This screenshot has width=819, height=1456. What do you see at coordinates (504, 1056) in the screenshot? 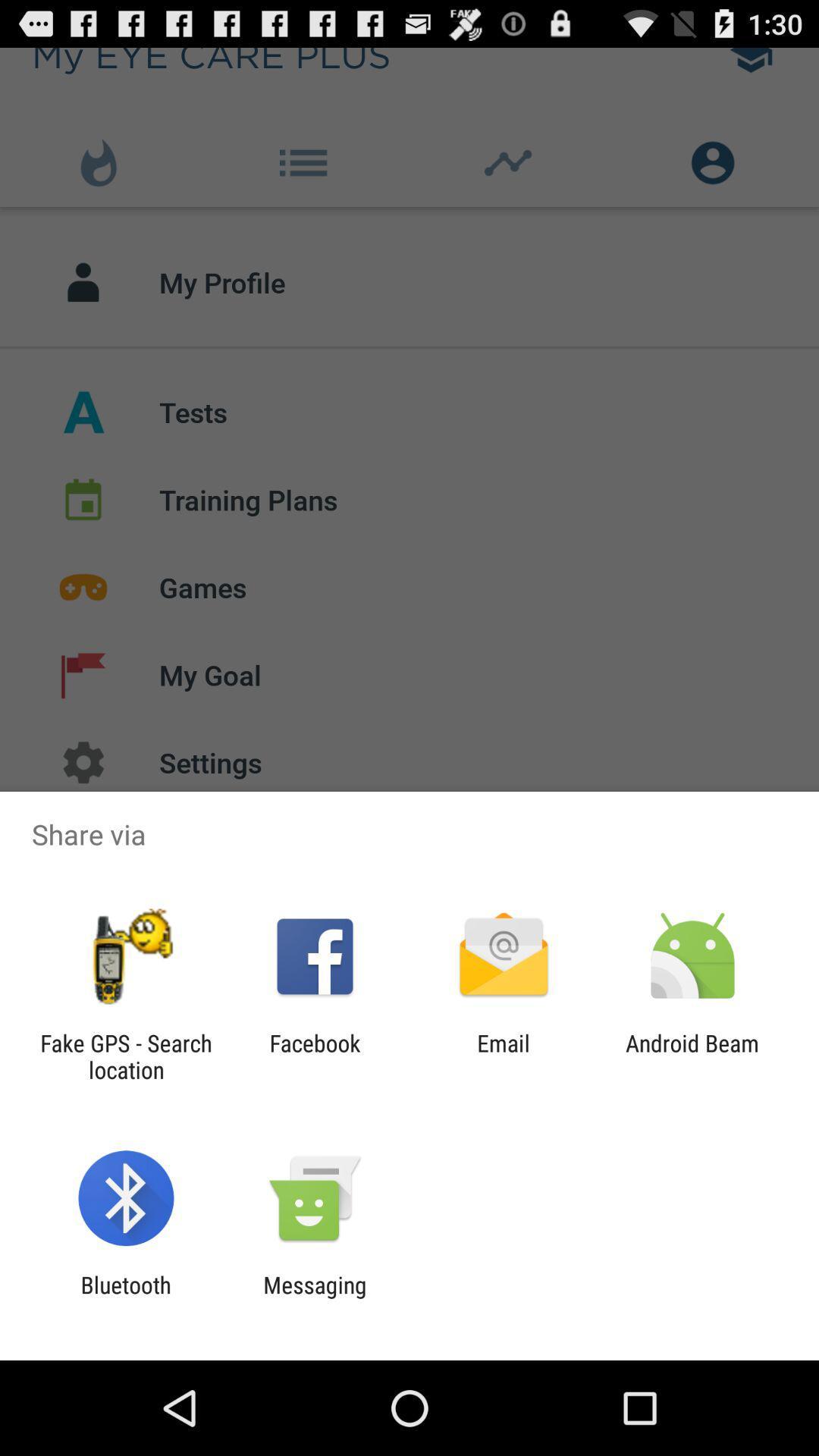
I see `email item` at bounding box center [504, 1056].